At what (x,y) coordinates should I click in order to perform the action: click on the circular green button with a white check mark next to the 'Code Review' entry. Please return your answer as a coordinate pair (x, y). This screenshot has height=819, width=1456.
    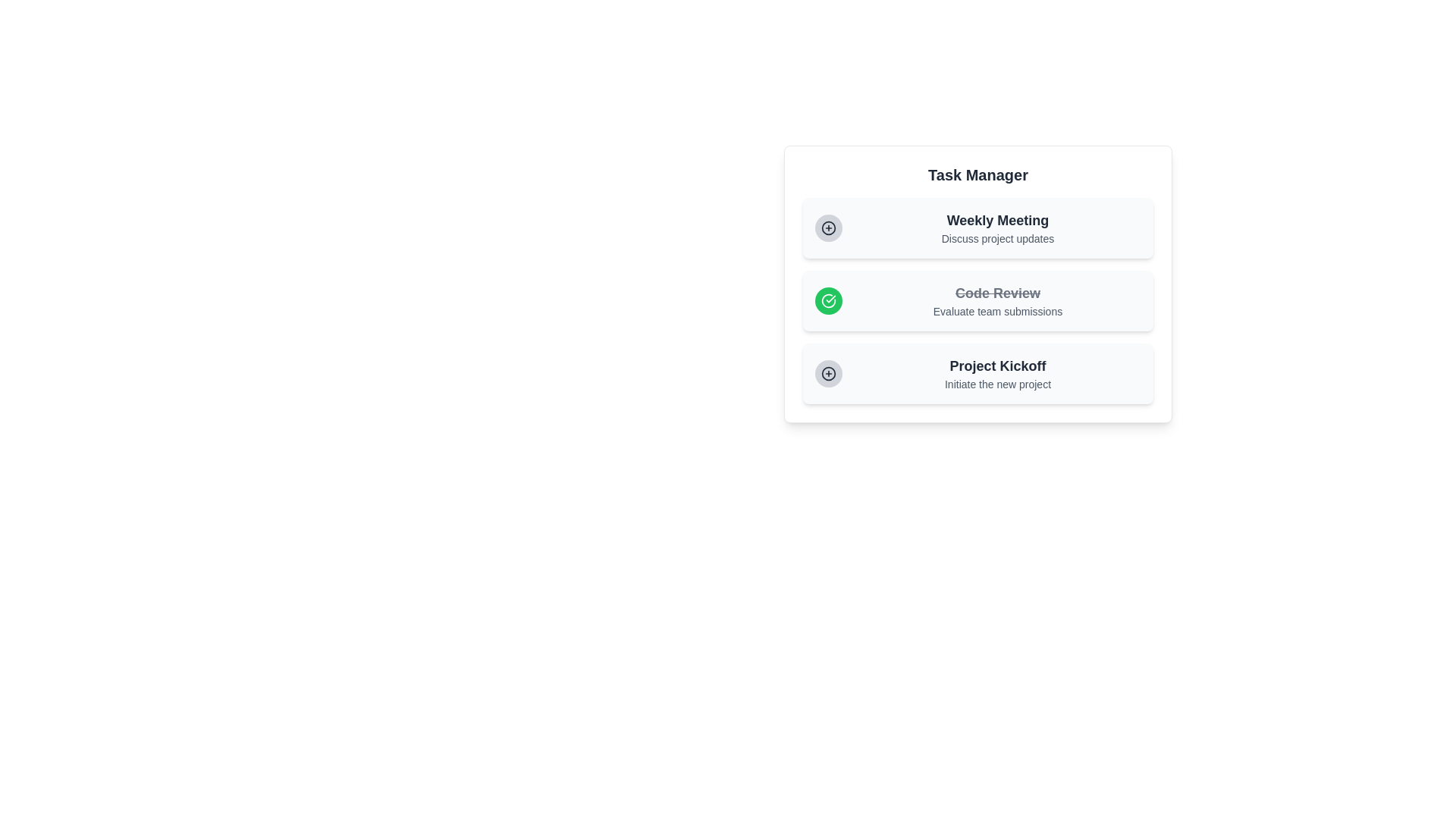
    Looking at the image, I should click on (828, 301).